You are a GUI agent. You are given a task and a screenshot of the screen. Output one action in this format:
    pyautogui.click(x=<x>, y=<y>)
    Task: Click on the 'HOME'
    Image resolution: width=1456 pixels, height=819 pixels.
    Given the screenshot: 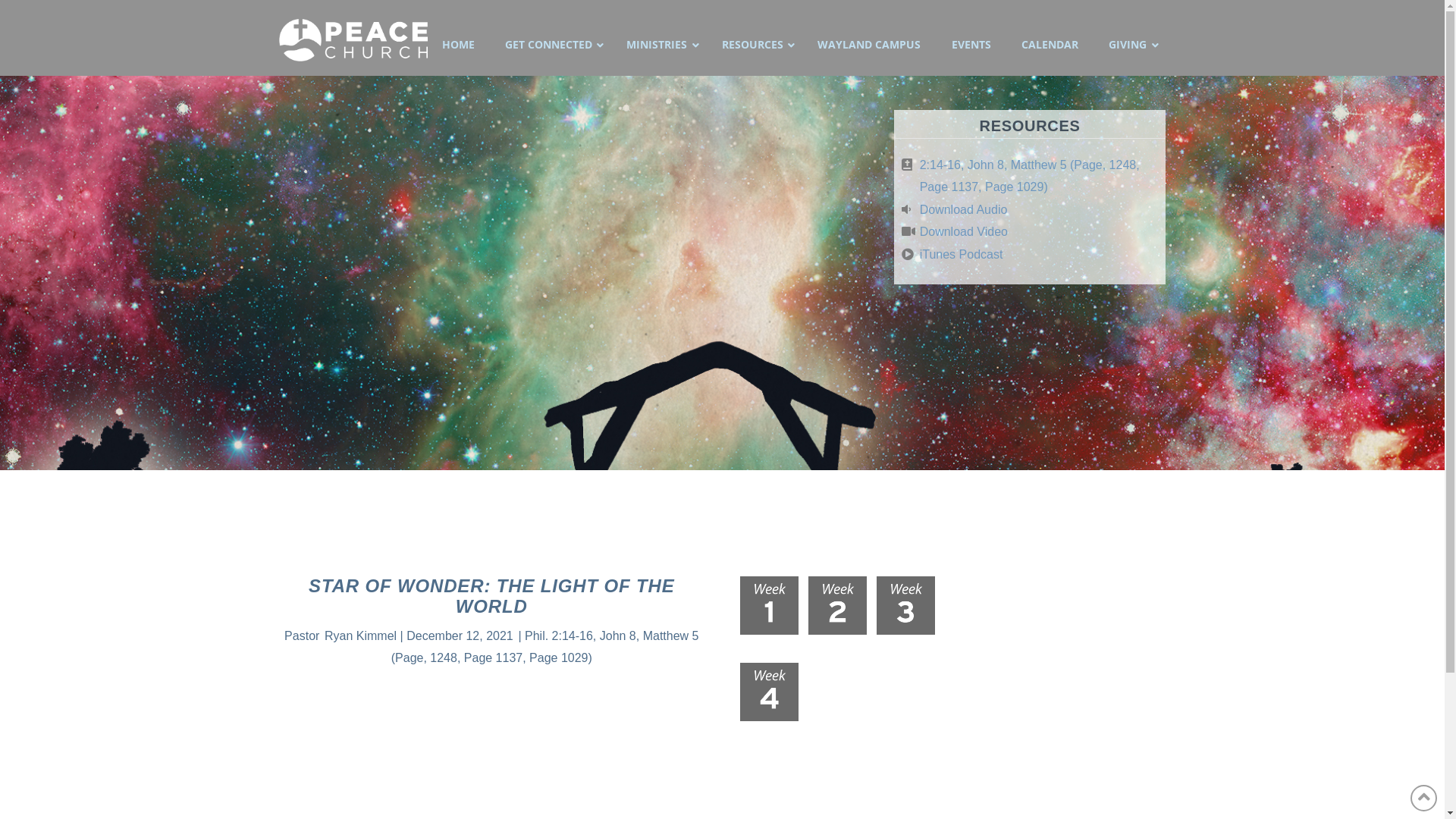 What is the action you would take?
    pyautogui.click(x=457, y=43)
    